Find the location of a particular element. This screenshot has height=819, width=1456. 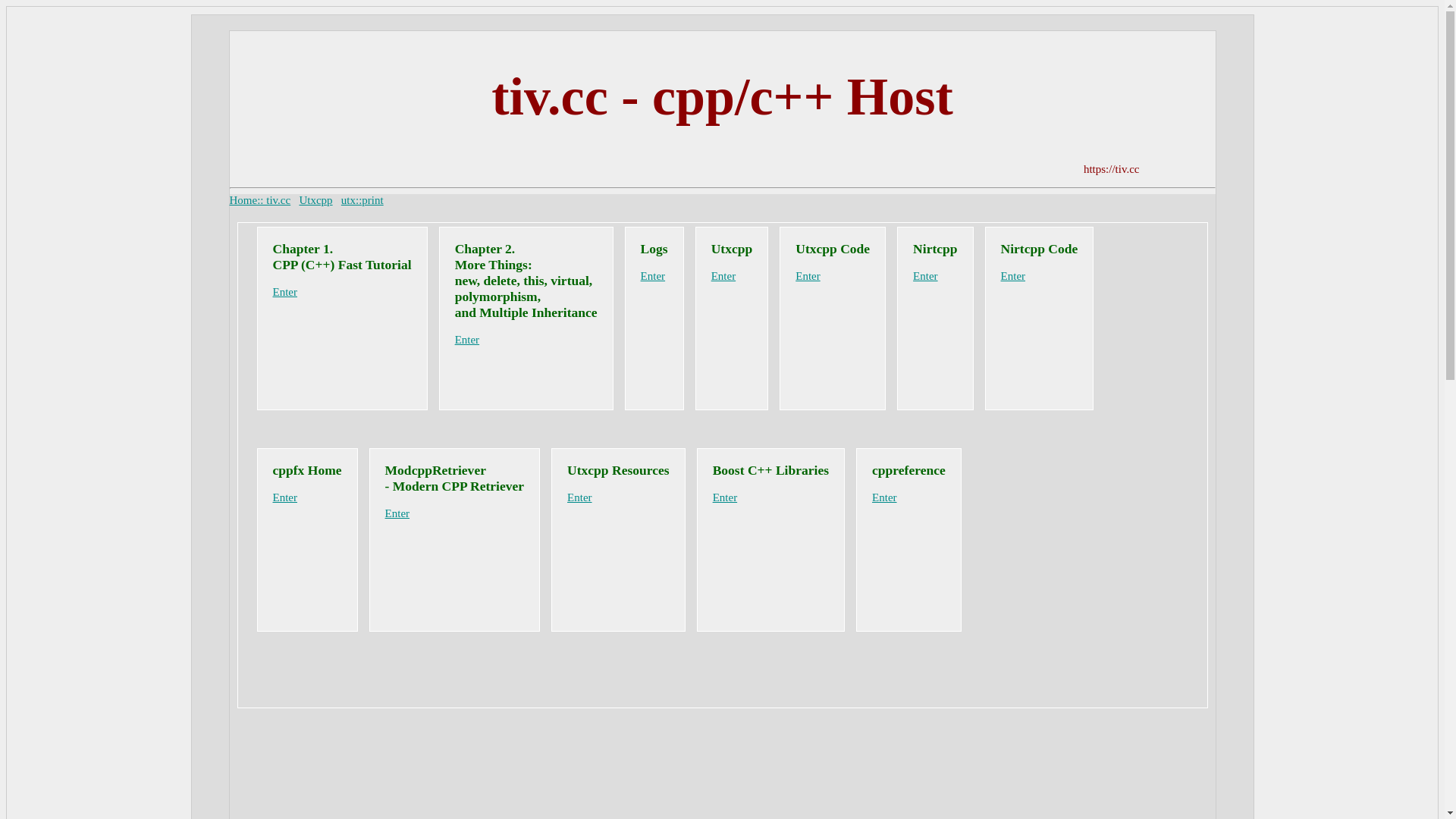

'Enter' is located at coordinates (273, 497).